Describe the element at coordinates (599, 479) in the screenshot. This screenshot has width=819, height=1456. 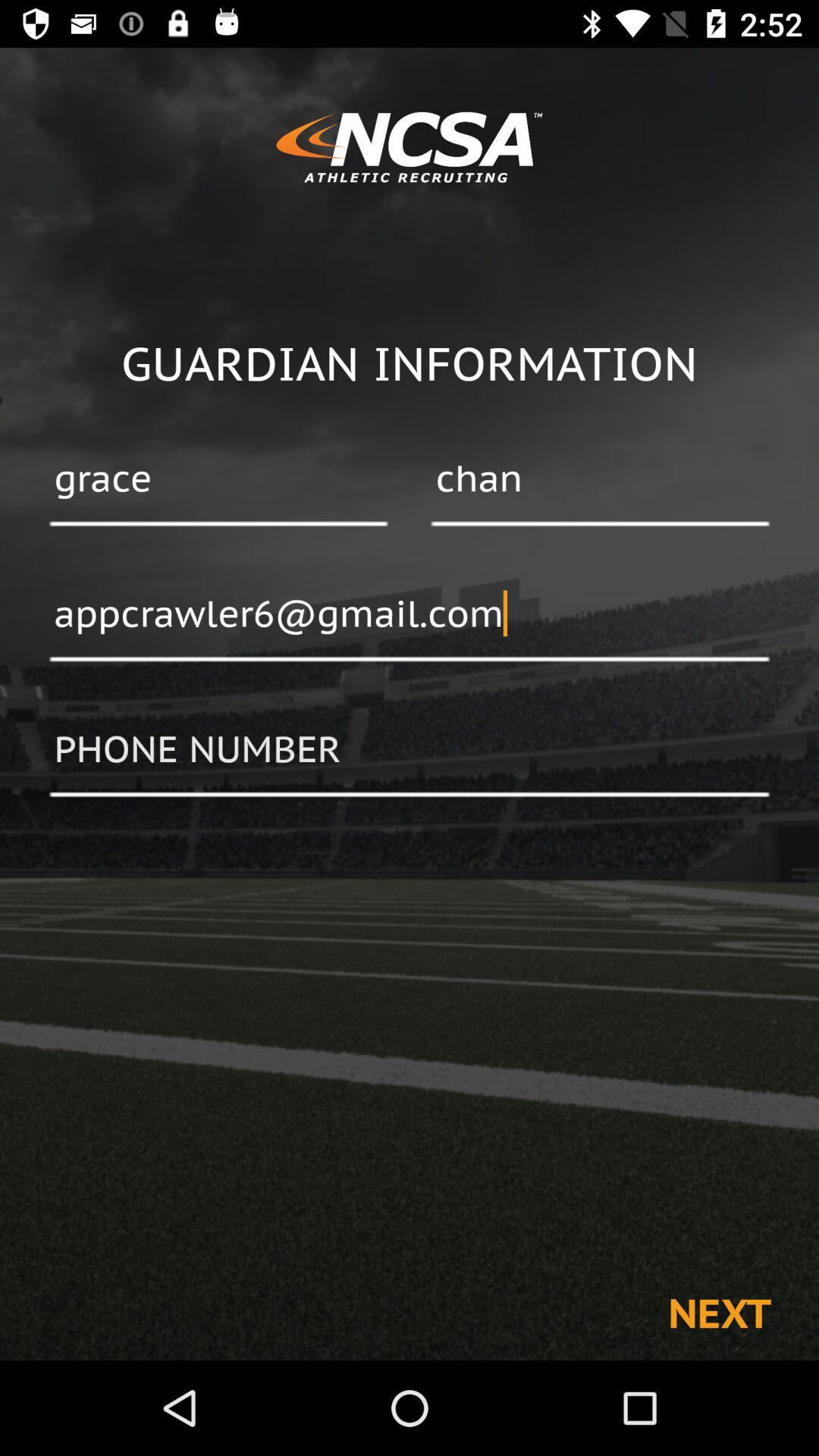
I see `item at the top right corner` at that location.